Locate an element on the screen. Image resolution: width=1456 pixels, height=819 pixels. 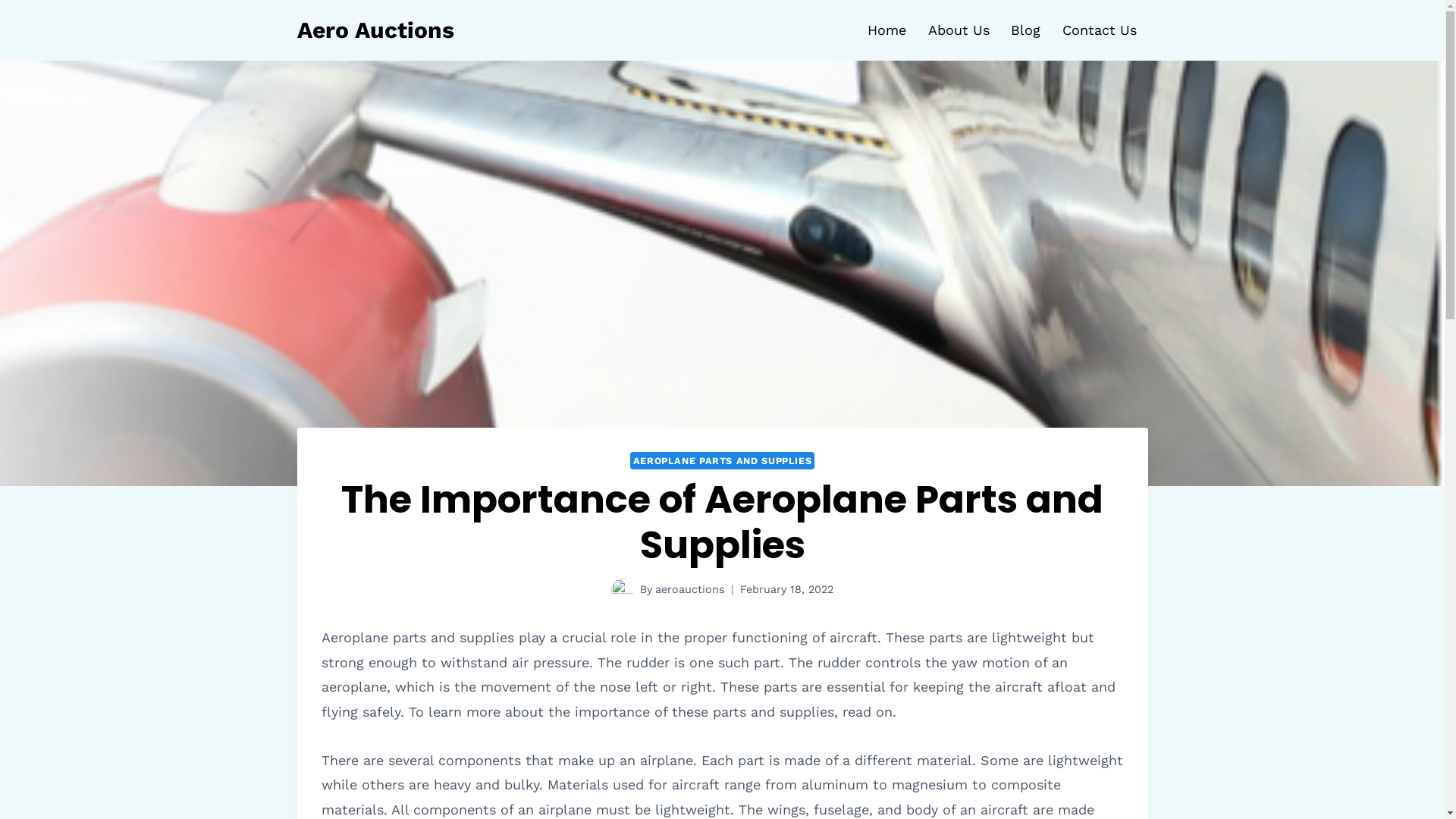
'About Us' is located at coordinates (957, 30).